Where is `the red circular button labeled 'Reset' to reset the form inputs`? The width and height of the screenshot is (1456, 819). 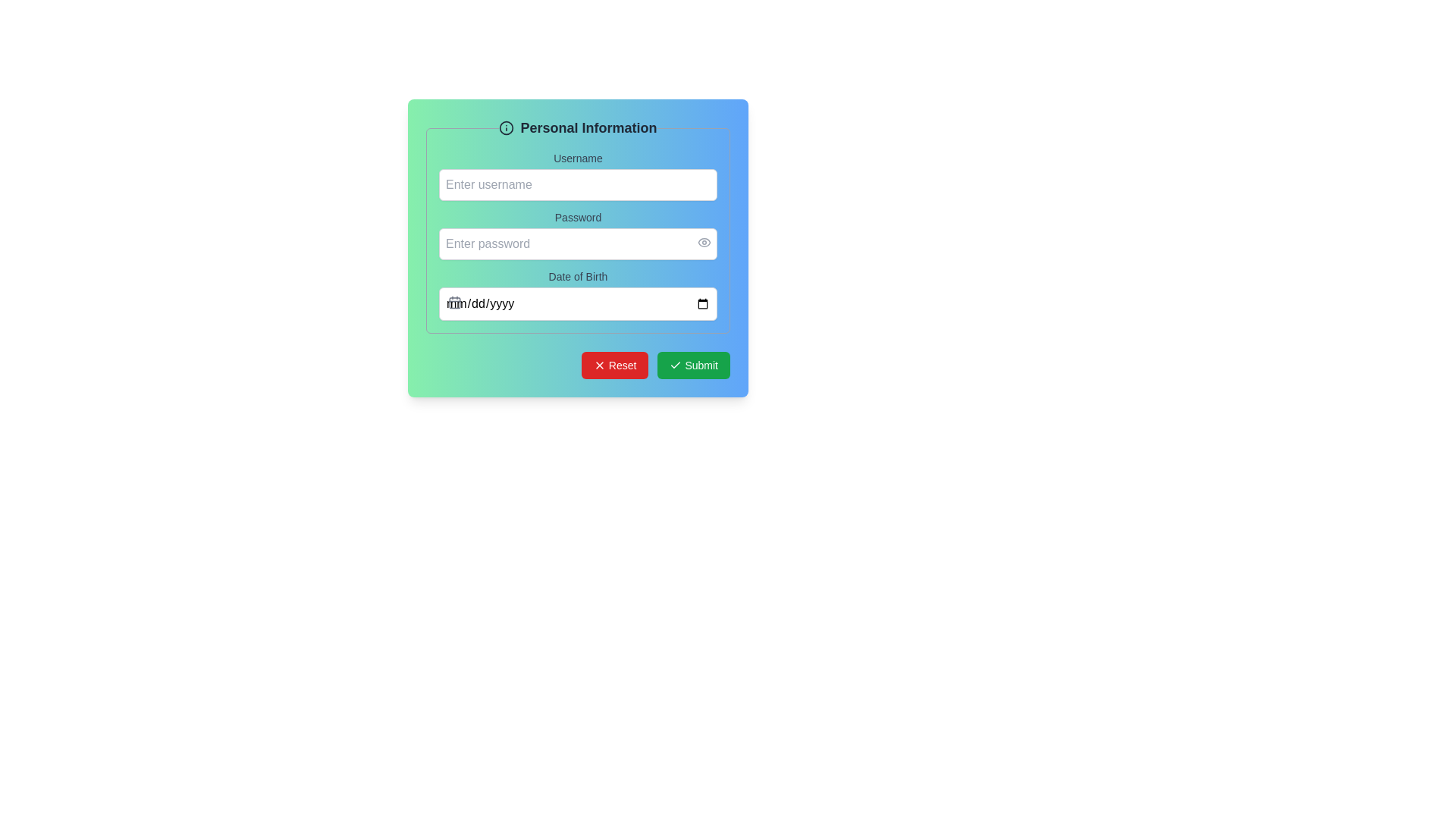 the red circular button labeled 'Reset' to reset the form inputs is located at coordinates (623, 366).